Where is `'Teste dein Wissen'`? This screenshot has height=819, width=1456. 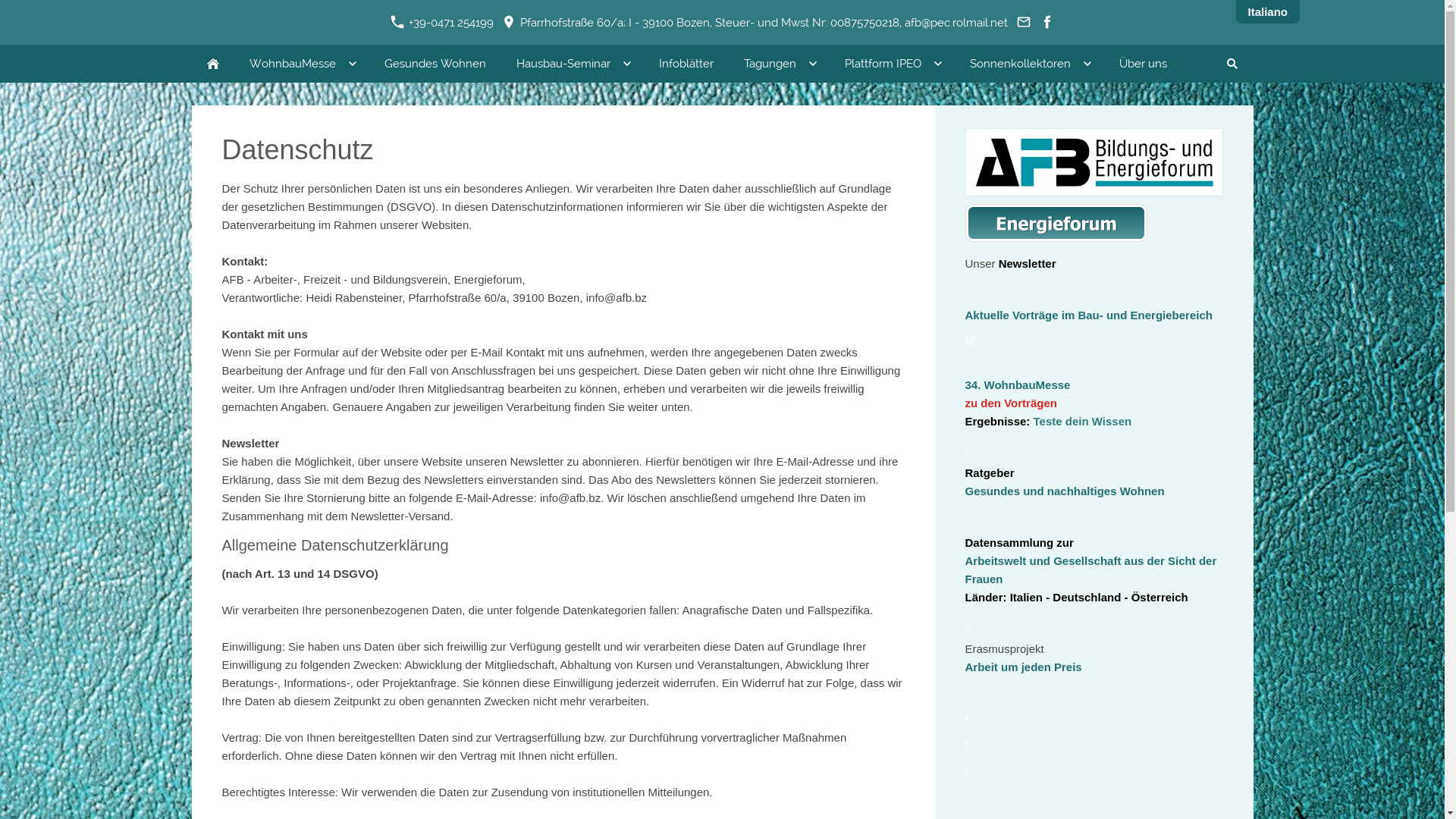
'Teste dein Wissen' is located at coordinates (1081, 421).